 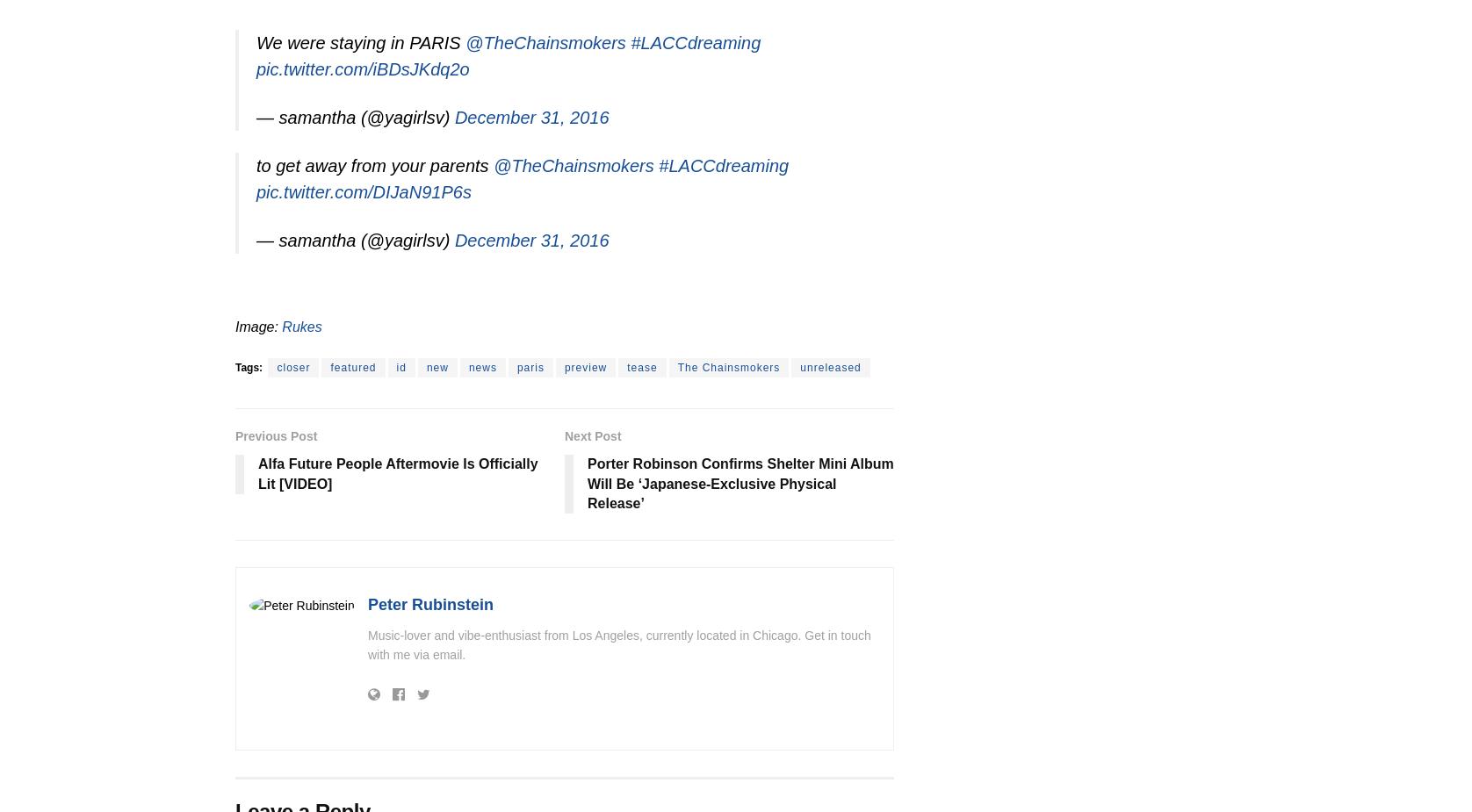 I want to click on 'Music-lover and vibe-enthusiast from Los Angeles, currently located in Chicago. Get in touch with me via email.', so click(x=617, y=644).